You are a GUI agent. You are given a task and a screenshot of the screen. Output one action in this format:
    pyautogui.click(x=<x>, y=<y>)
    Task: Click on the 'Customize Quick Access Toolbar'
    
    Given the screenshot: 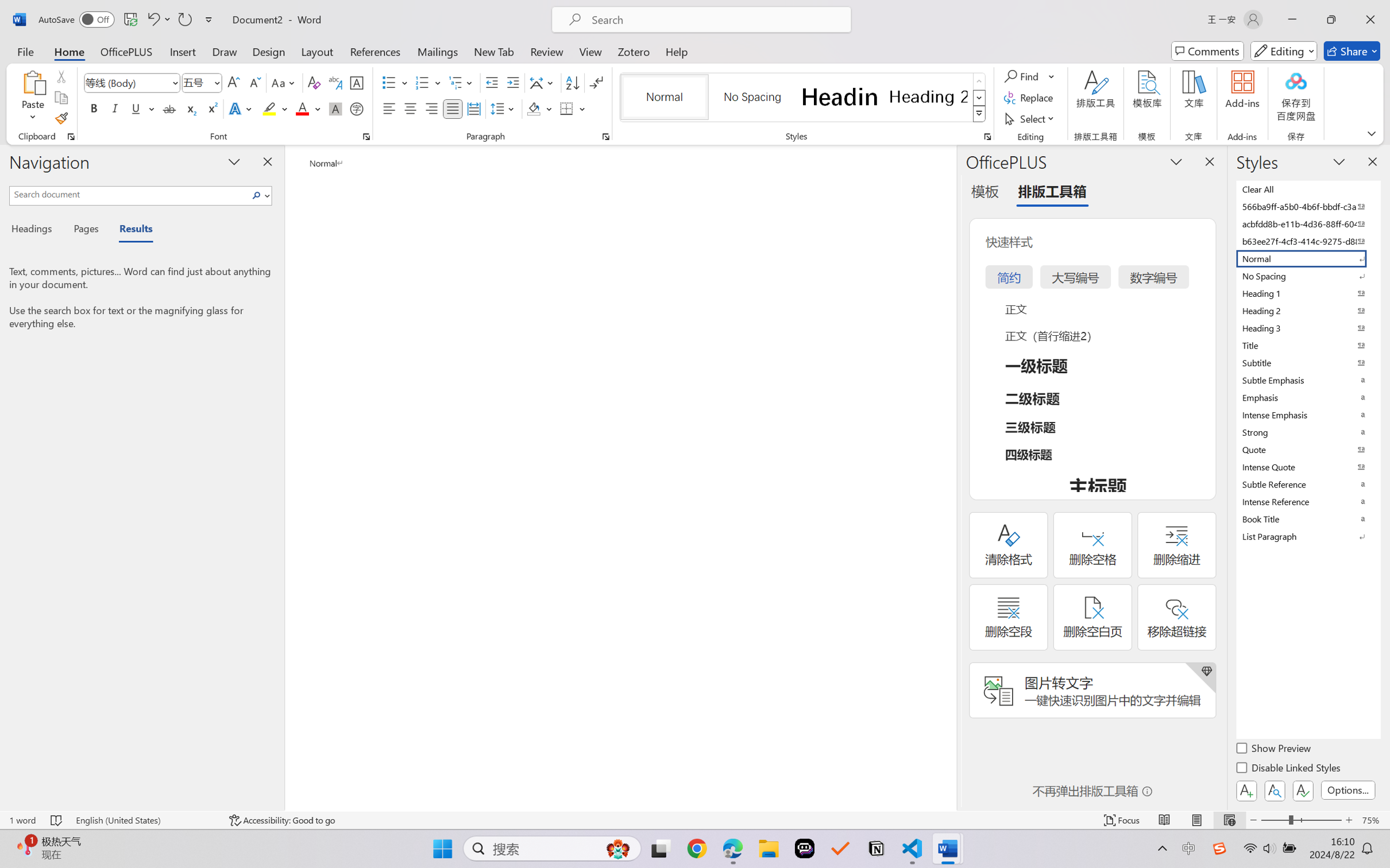 What is the action you would take?
    pyautogui.click(x=208, y=19)
    